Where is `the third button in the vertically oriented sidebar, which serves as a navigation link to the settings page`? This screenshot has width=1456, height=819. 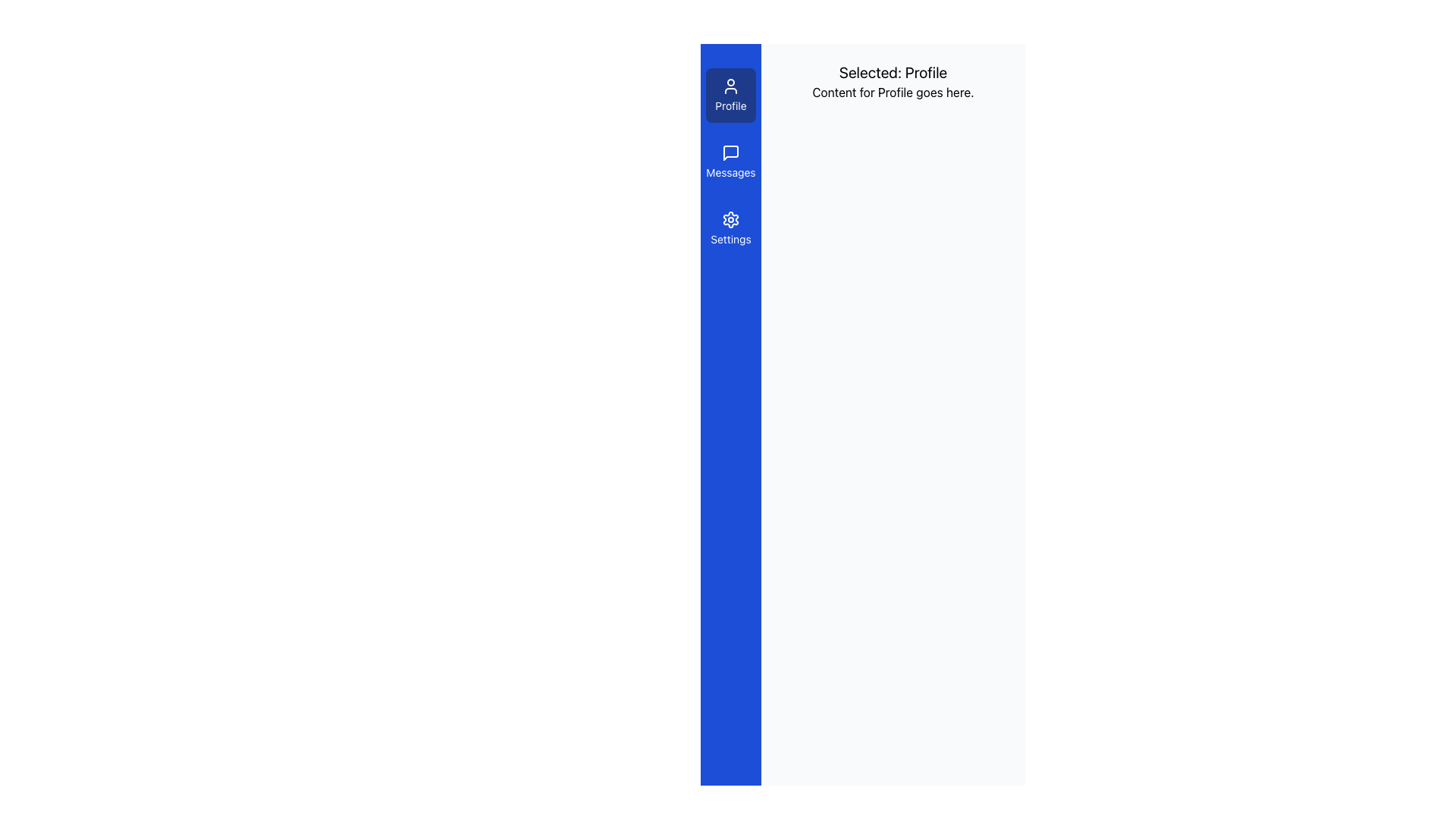 the third button in the vertically oriented sidebar, which serves as a navigation link to the settings page is located at coordinates (731, 228).